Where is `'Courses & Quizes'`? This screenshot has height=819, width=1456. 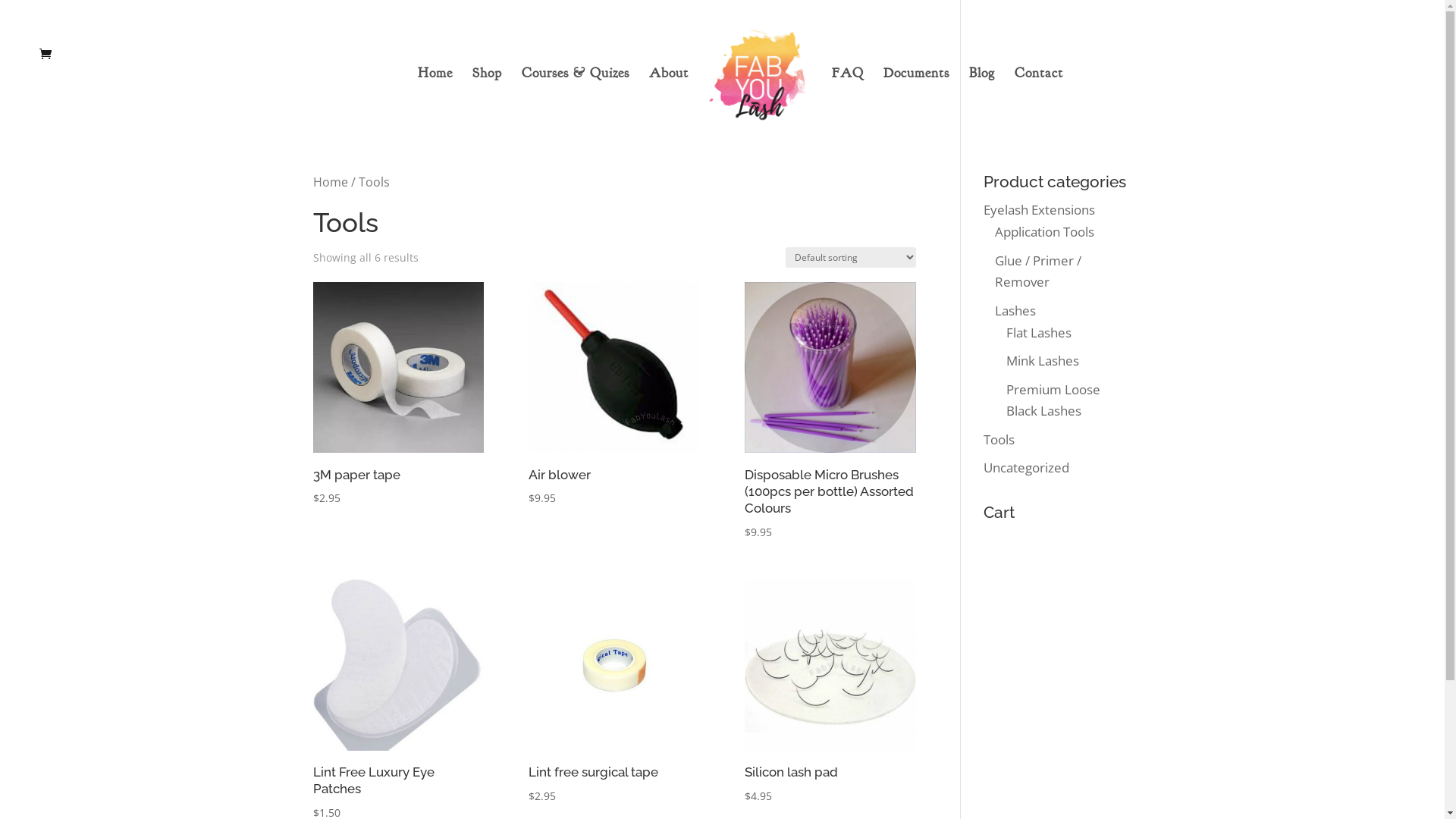 'Courses & Quizes' is located at coordinates (574, 98).